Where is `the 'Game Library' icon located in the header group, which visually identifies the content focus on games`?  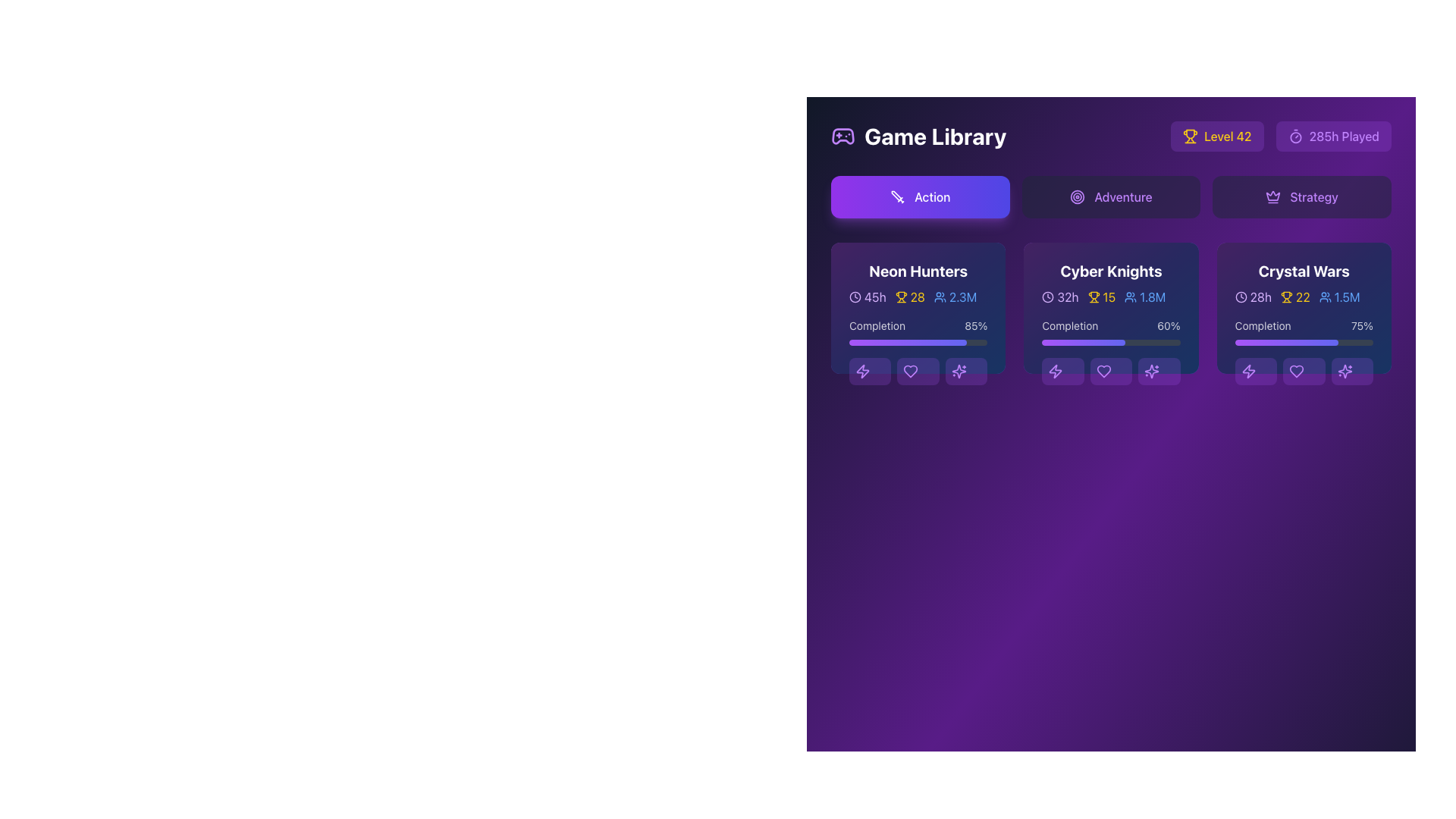 the 'Game Library' icon located in the header group, which visually identifies the content focus on games is located at coordinates (843, 136).